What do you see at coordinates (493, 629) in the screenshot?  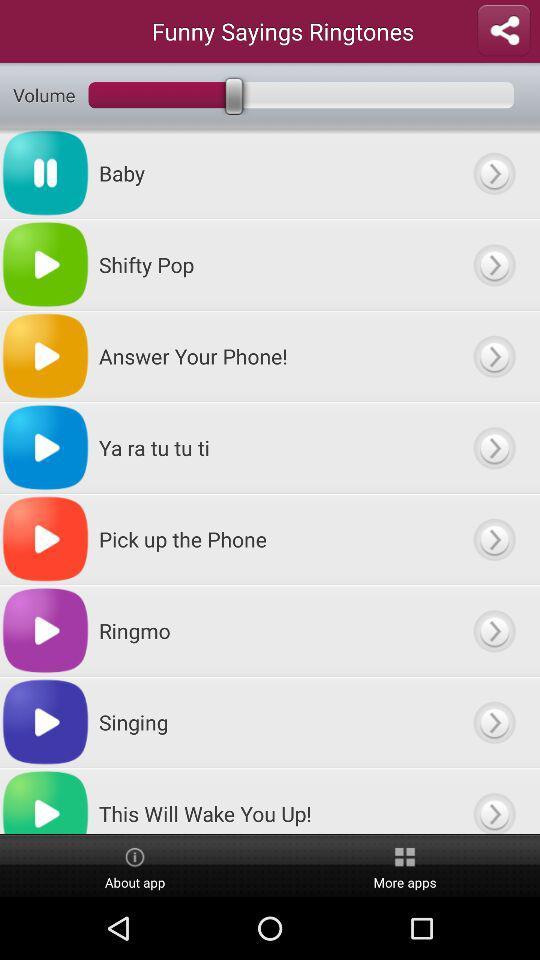 I see `ringmo` at bounding box center [493, 629].